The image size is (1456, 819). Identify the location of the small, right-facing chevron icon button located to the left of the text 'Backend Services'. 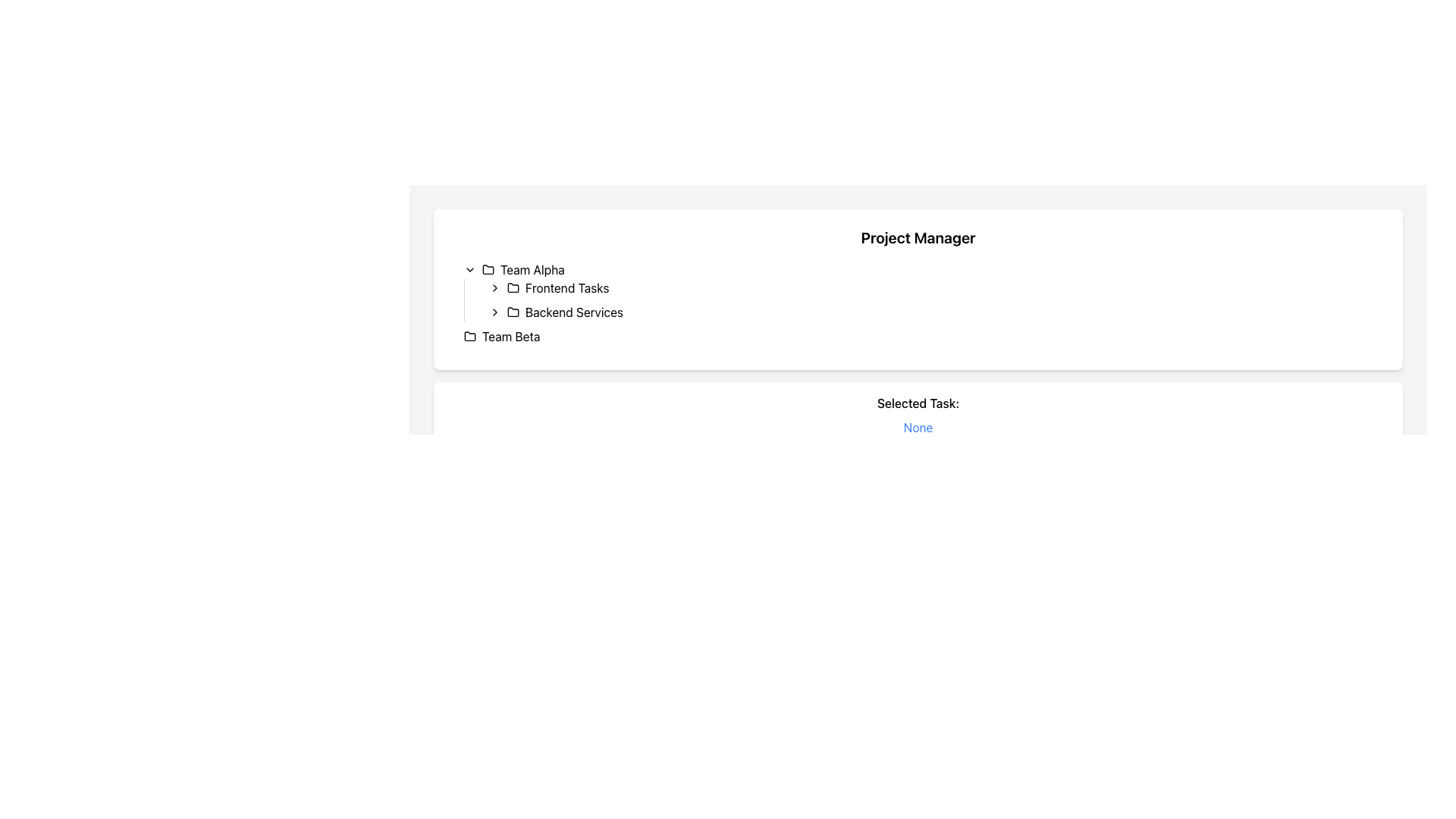
(494, 312).